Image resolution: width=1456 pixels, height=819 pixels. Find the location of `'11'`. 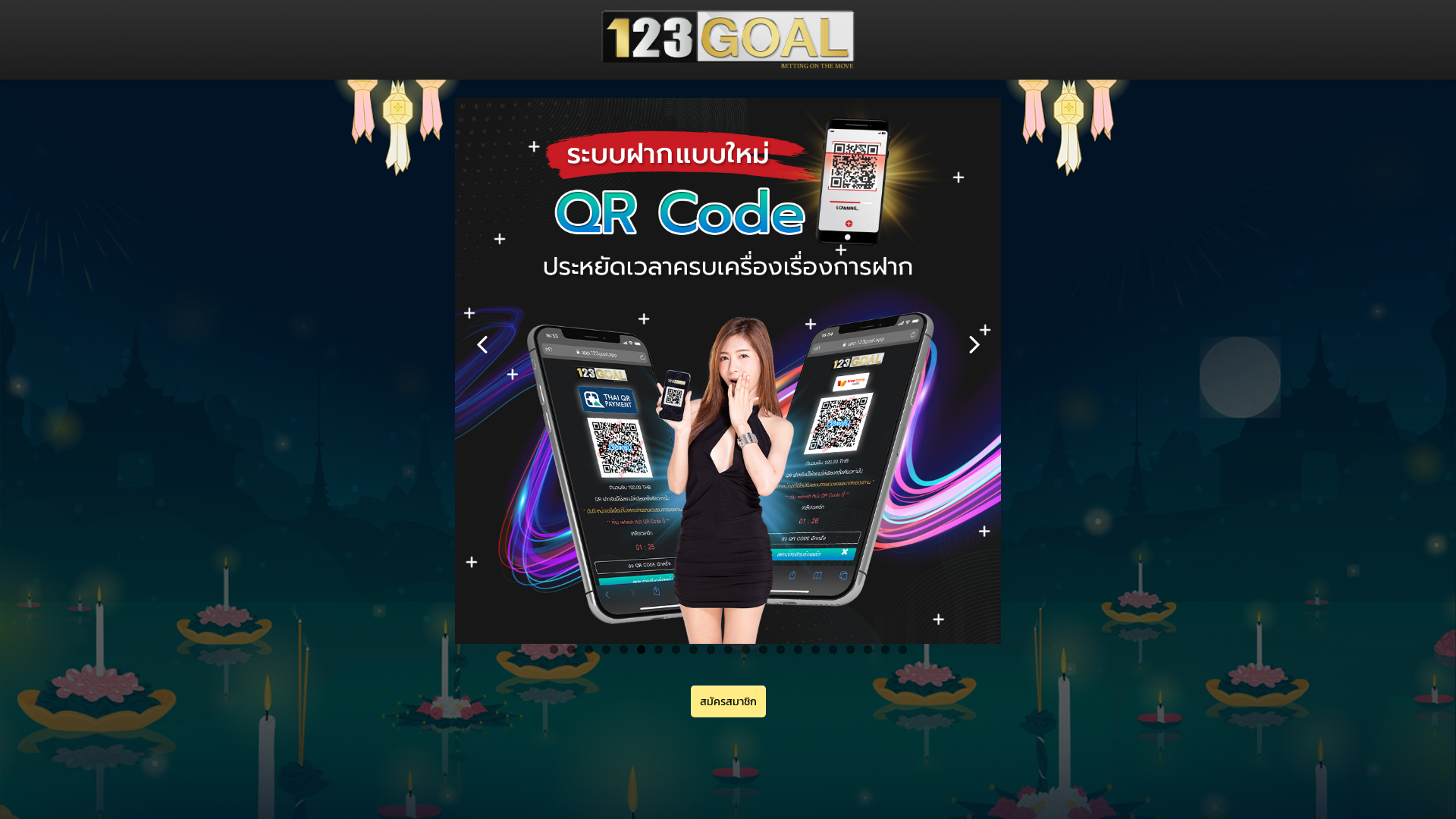

'11' is located at coordinates (726, 648).